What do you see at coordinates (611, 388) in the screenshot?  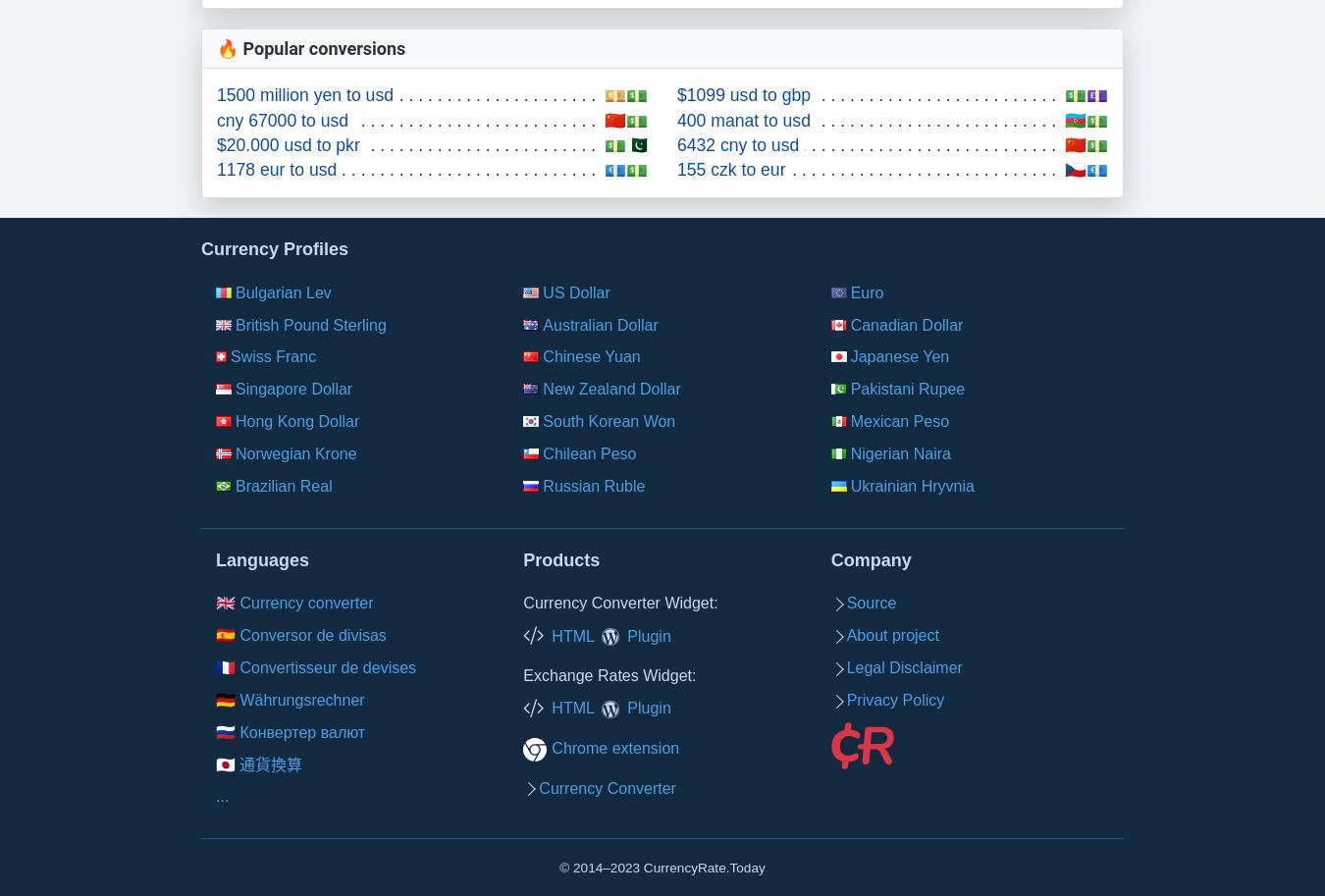 I see `'New Zealand Dollar'` at bounding box center [611, 388].